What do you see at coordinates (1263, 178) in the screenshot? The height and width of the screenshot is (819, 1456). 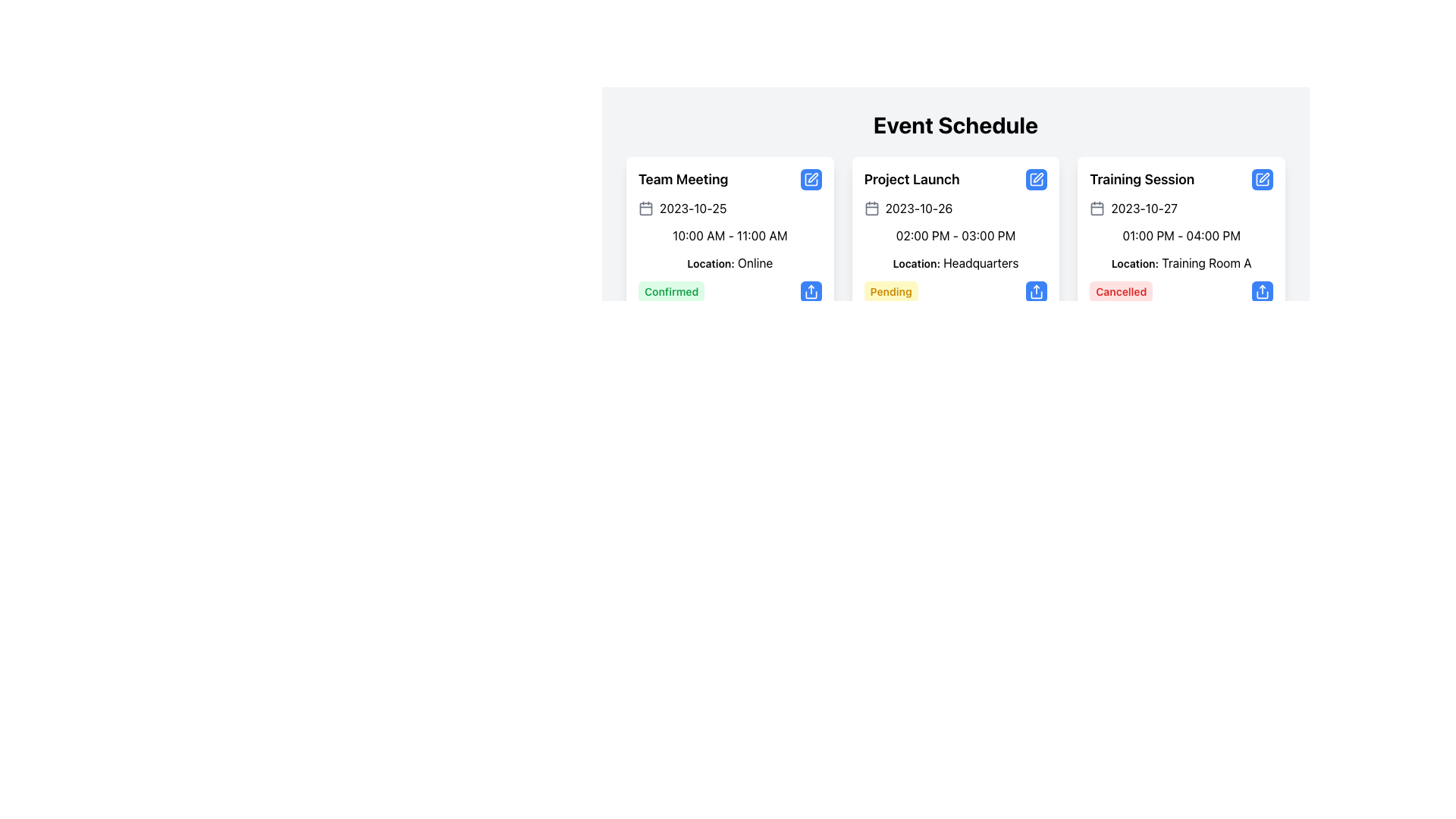 I see `the edit icon located in the top-right corner of the 'Training Session' card in the 'Event Schedule' interface` at bounding box center [1263, 178].